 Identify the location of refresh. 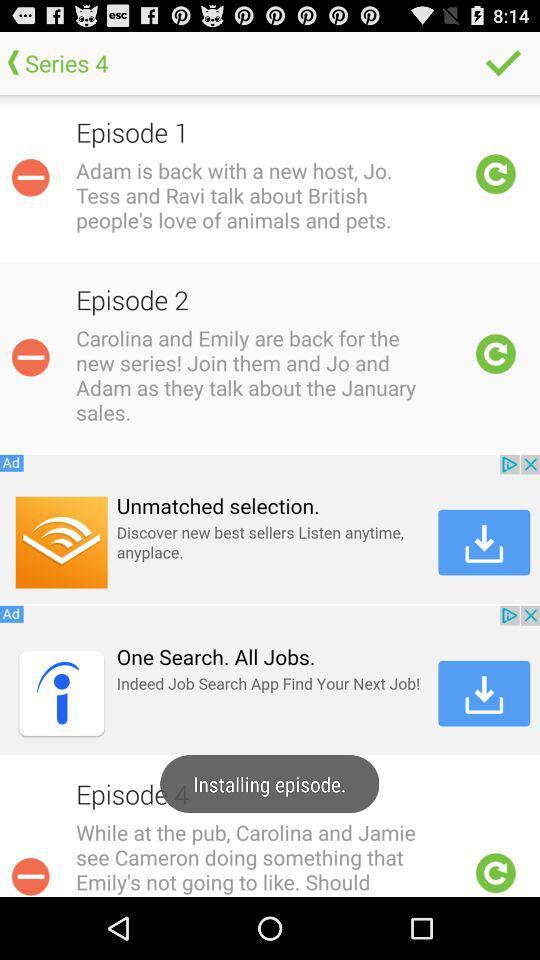
(495, 872).